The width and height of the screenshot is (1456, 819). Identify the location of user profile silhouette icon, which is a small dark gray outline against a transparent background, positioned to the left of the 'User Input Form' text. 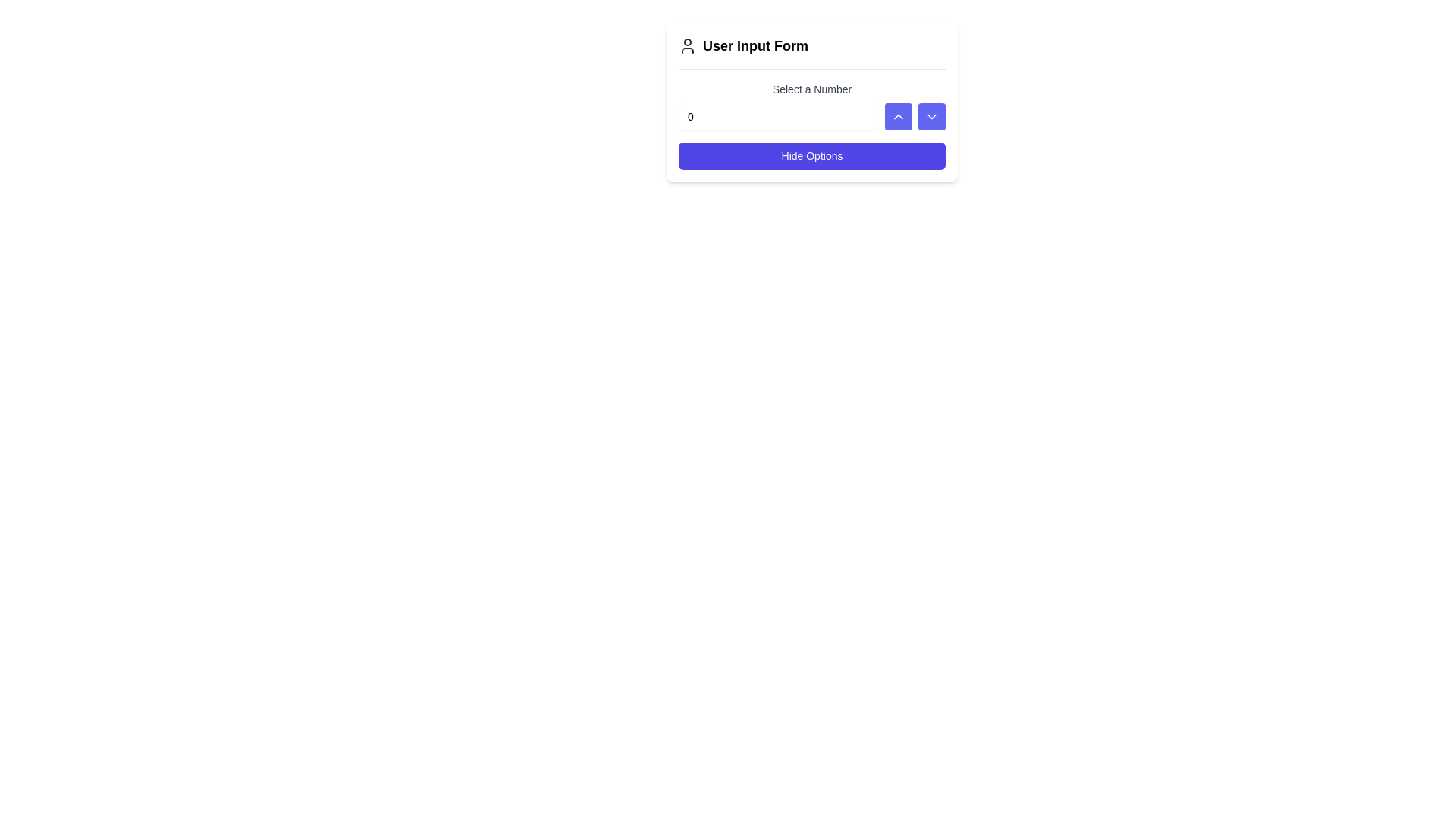
(687, 45).